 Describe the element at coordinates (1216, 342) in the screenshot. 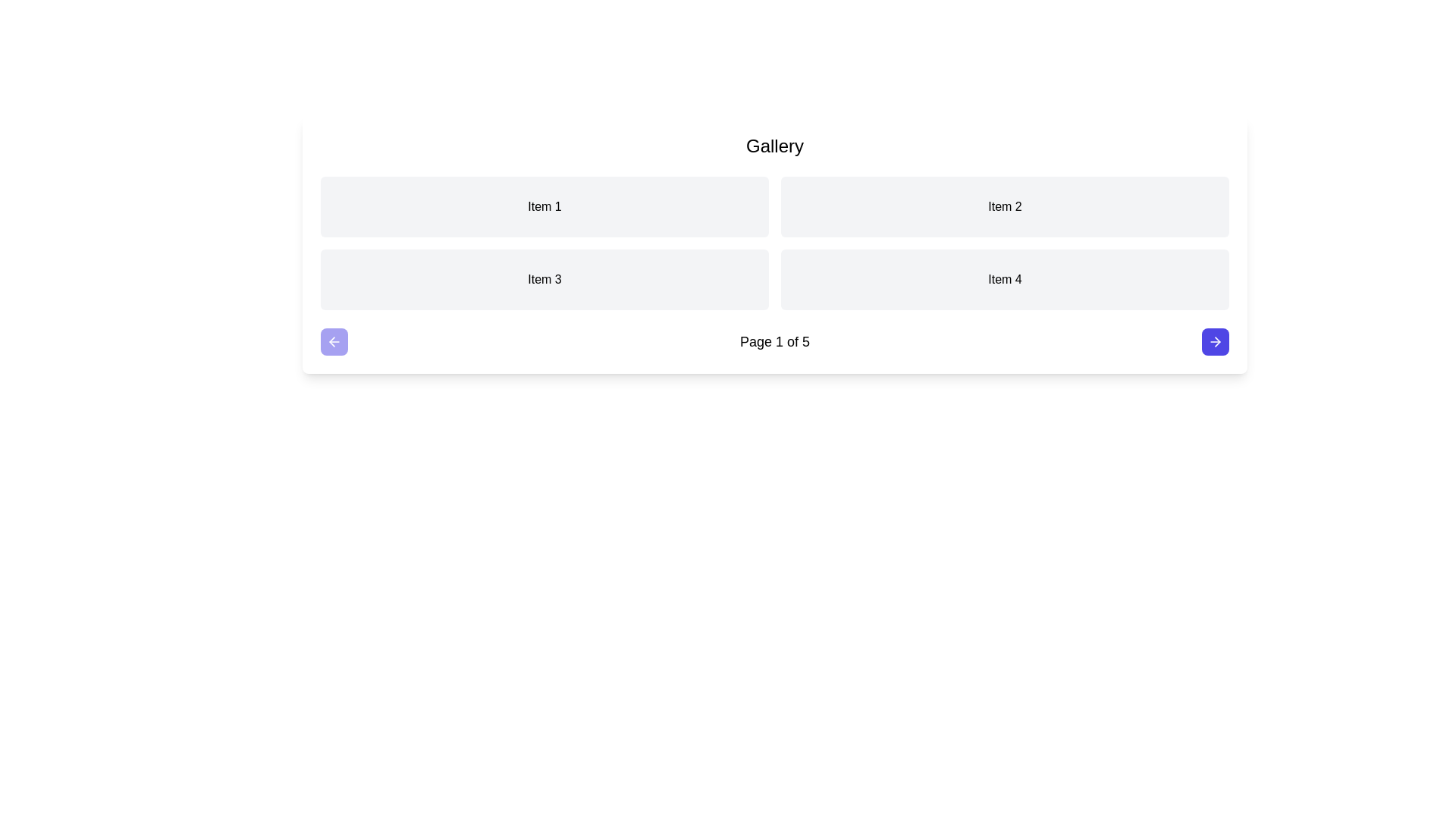

I see `the rightmost pagination button, which is a vibrant indigo rectangular button with a white right arrow symbol, to go to the next page` at that location.